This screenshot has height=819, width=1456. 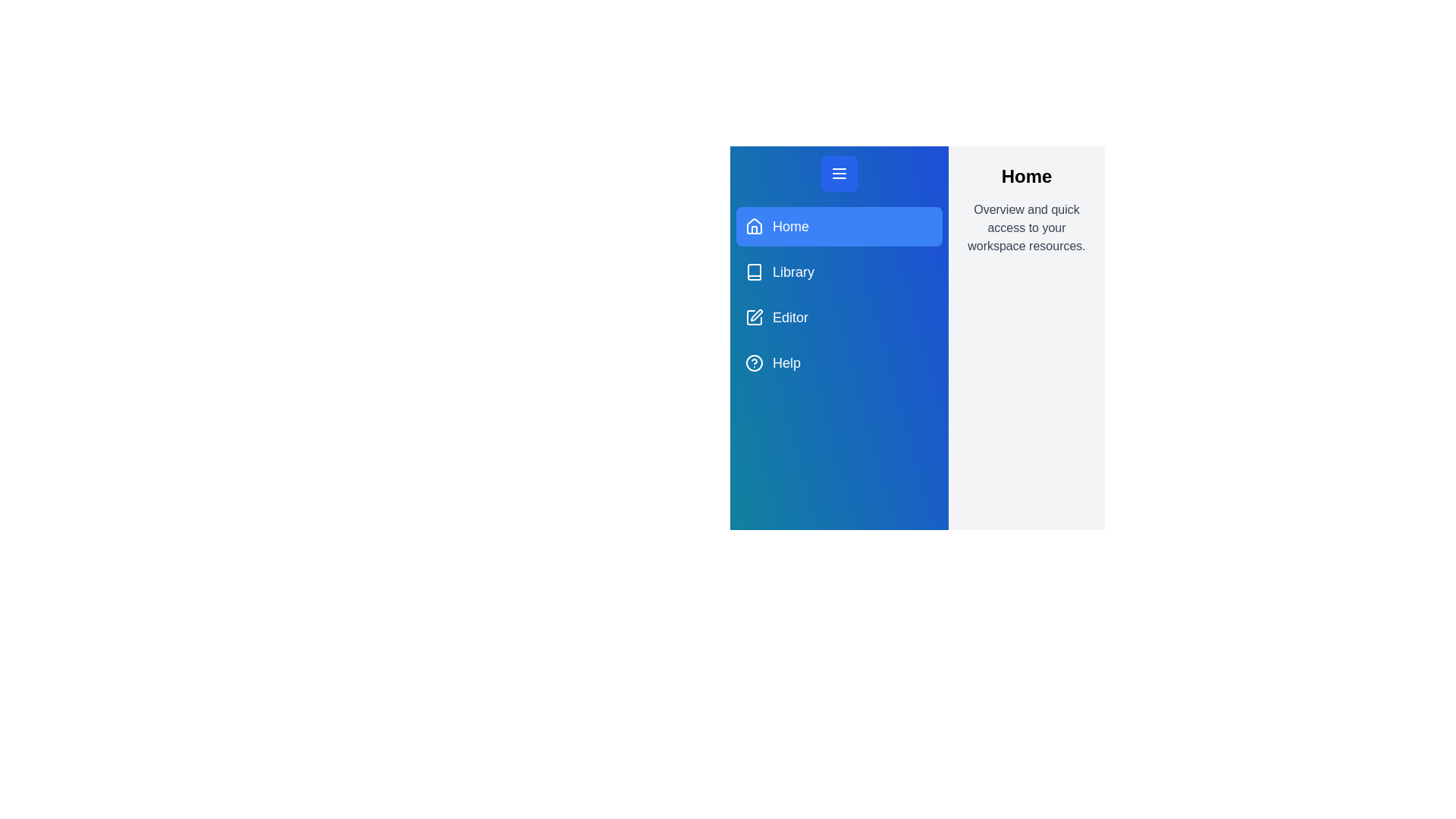 I want to click on the navigation menu item for Library, so click(x=839, y=271).